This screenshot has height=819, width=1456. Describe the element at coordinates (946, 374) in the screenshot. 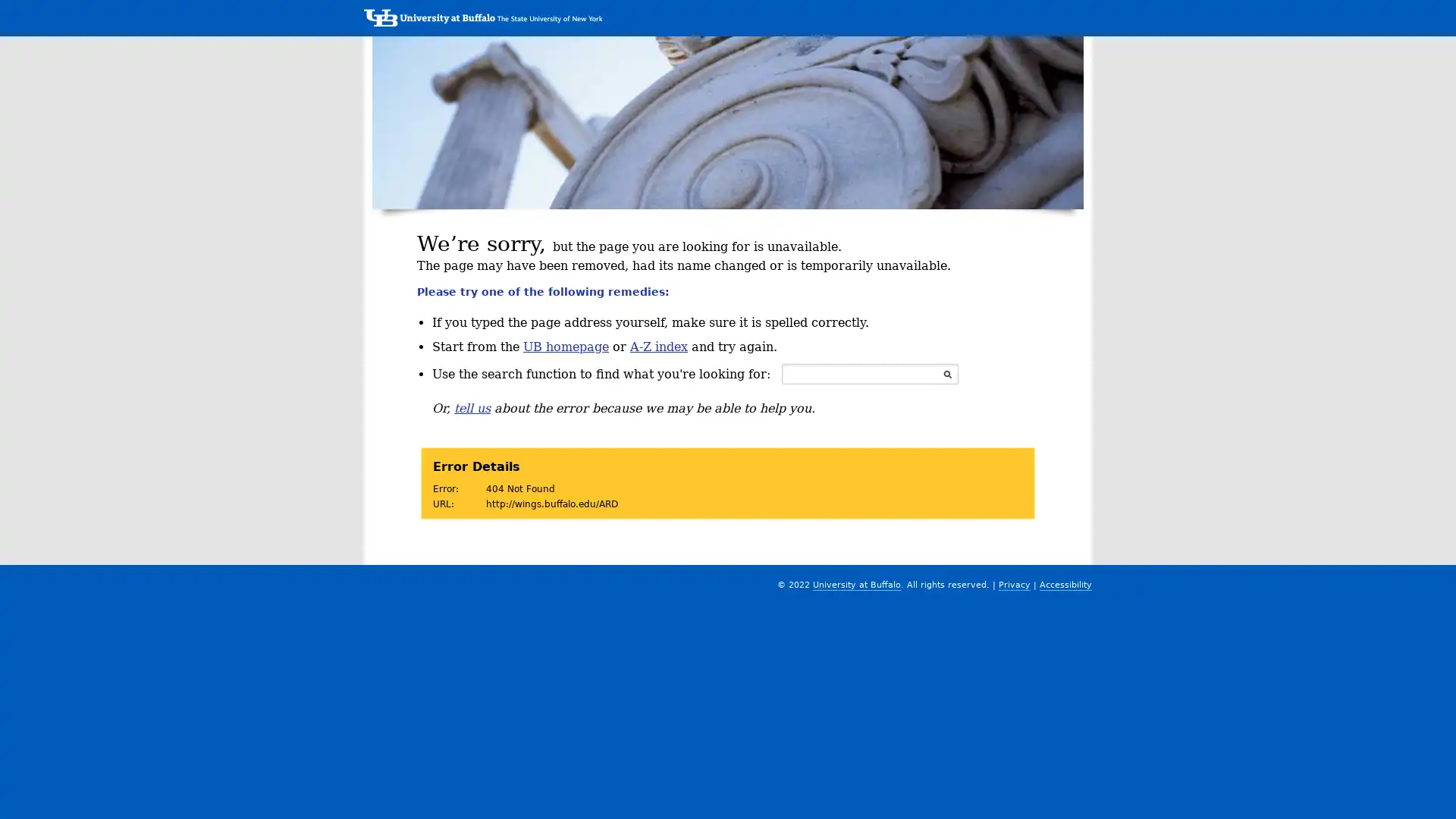

I see `Search` at that location.